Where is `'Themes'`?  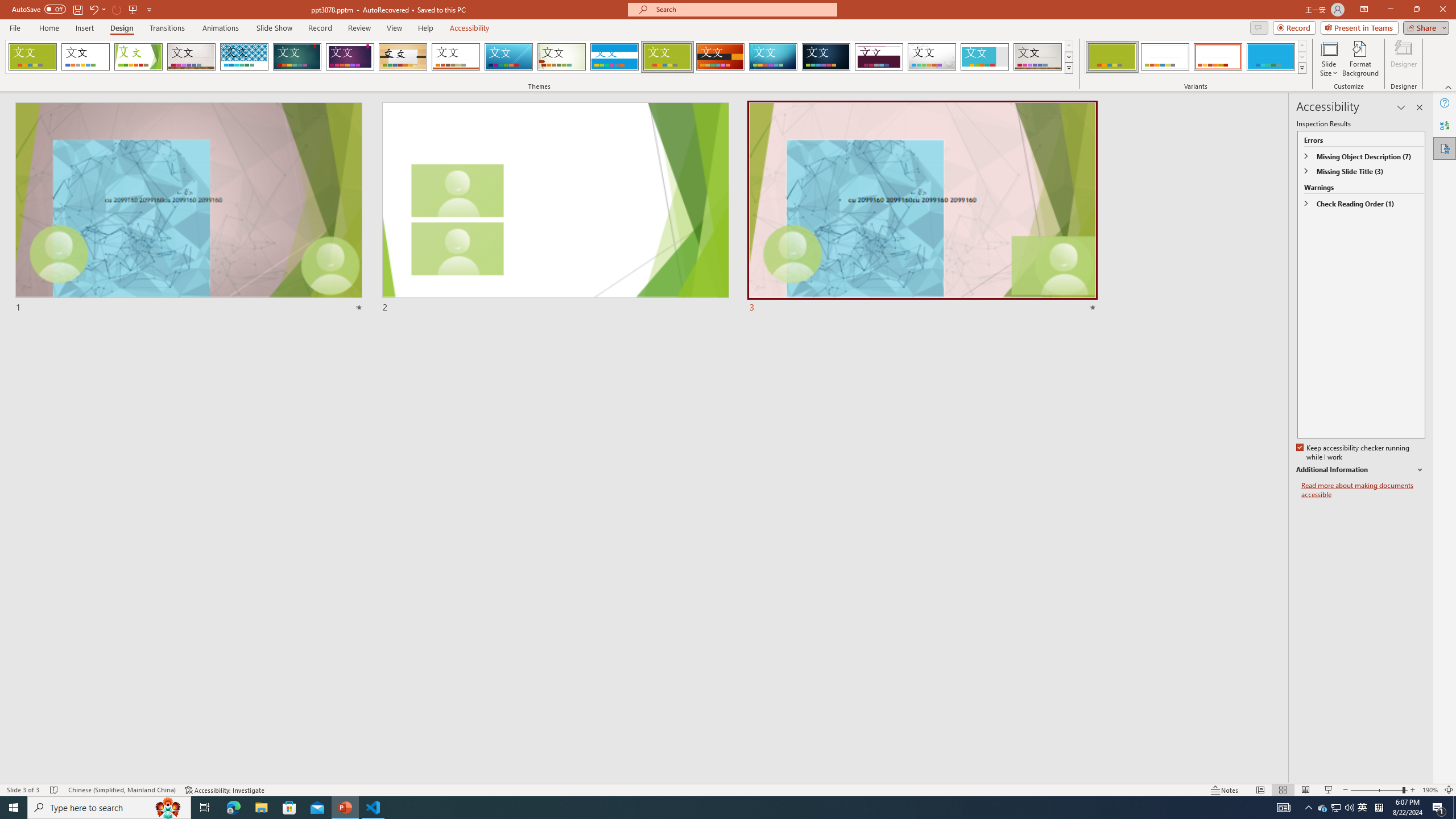
'Themes' is located at coordinates (1069, 67).